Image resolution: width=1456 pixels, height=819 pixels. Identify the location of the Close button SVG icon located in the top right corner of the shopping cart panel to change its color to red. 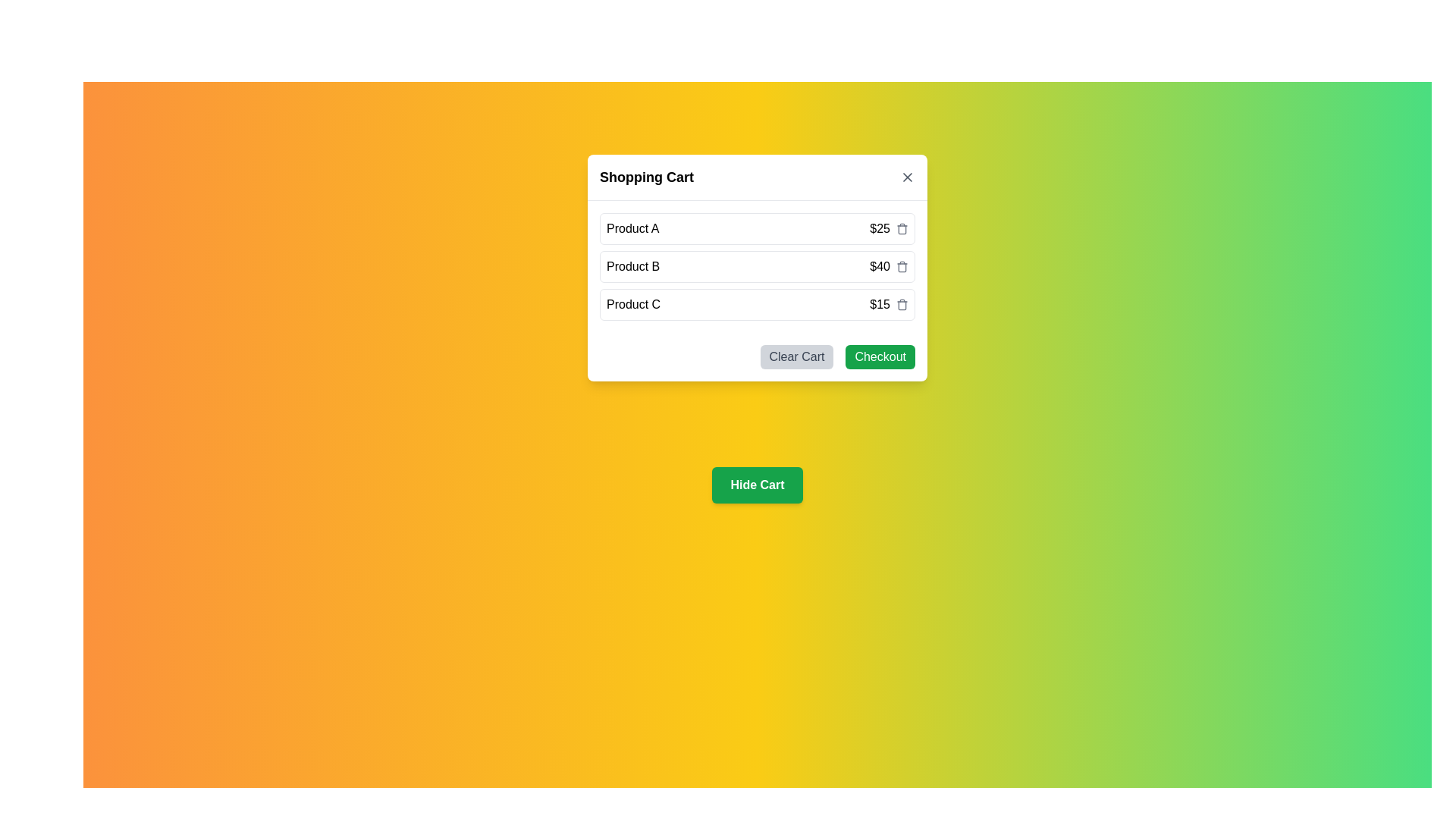
(907, 177).